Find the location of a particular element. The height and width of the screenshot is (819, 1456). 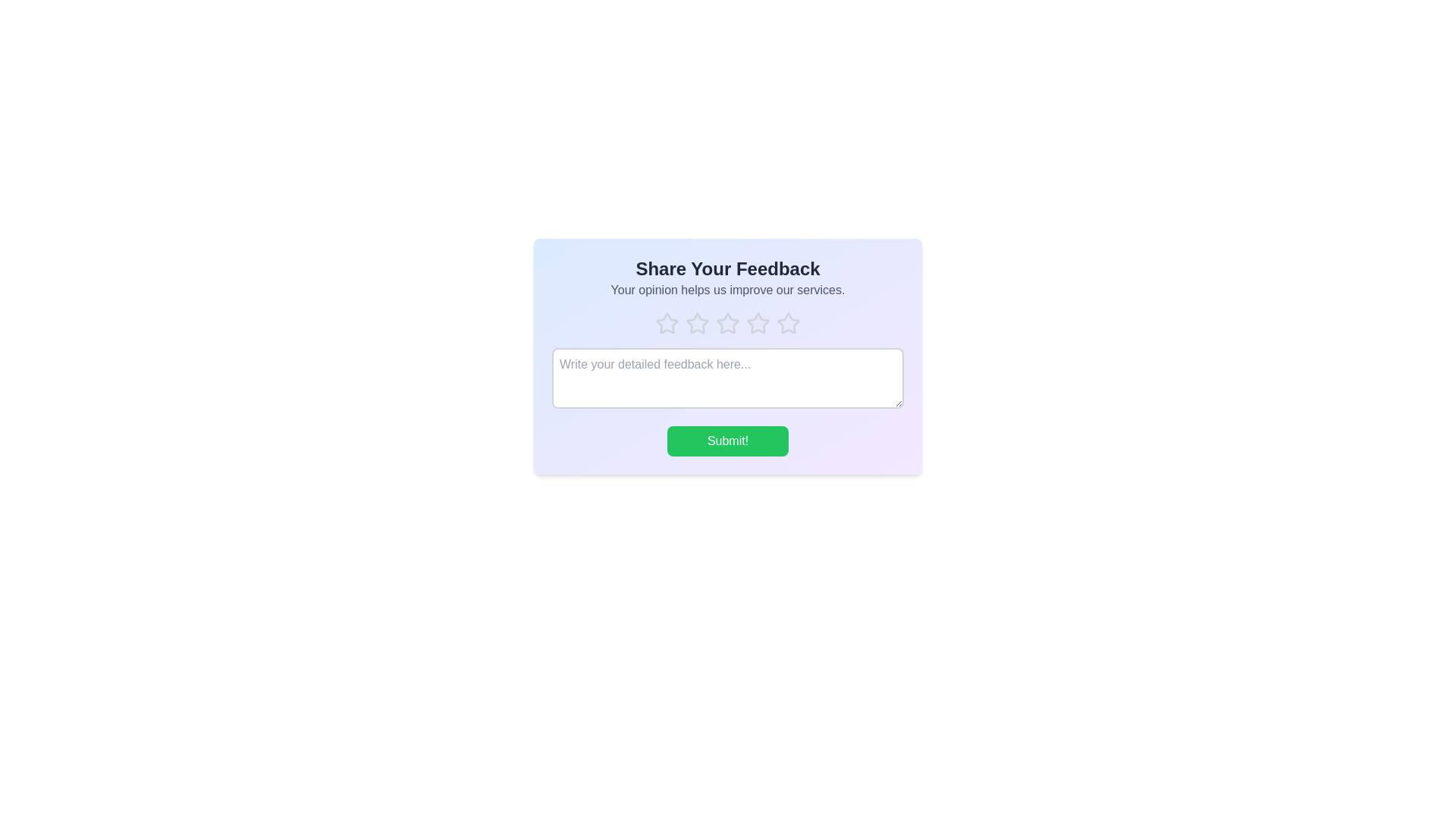

the rating to 2 by clicking on the corresponding star is located at coordinates (697, 323).